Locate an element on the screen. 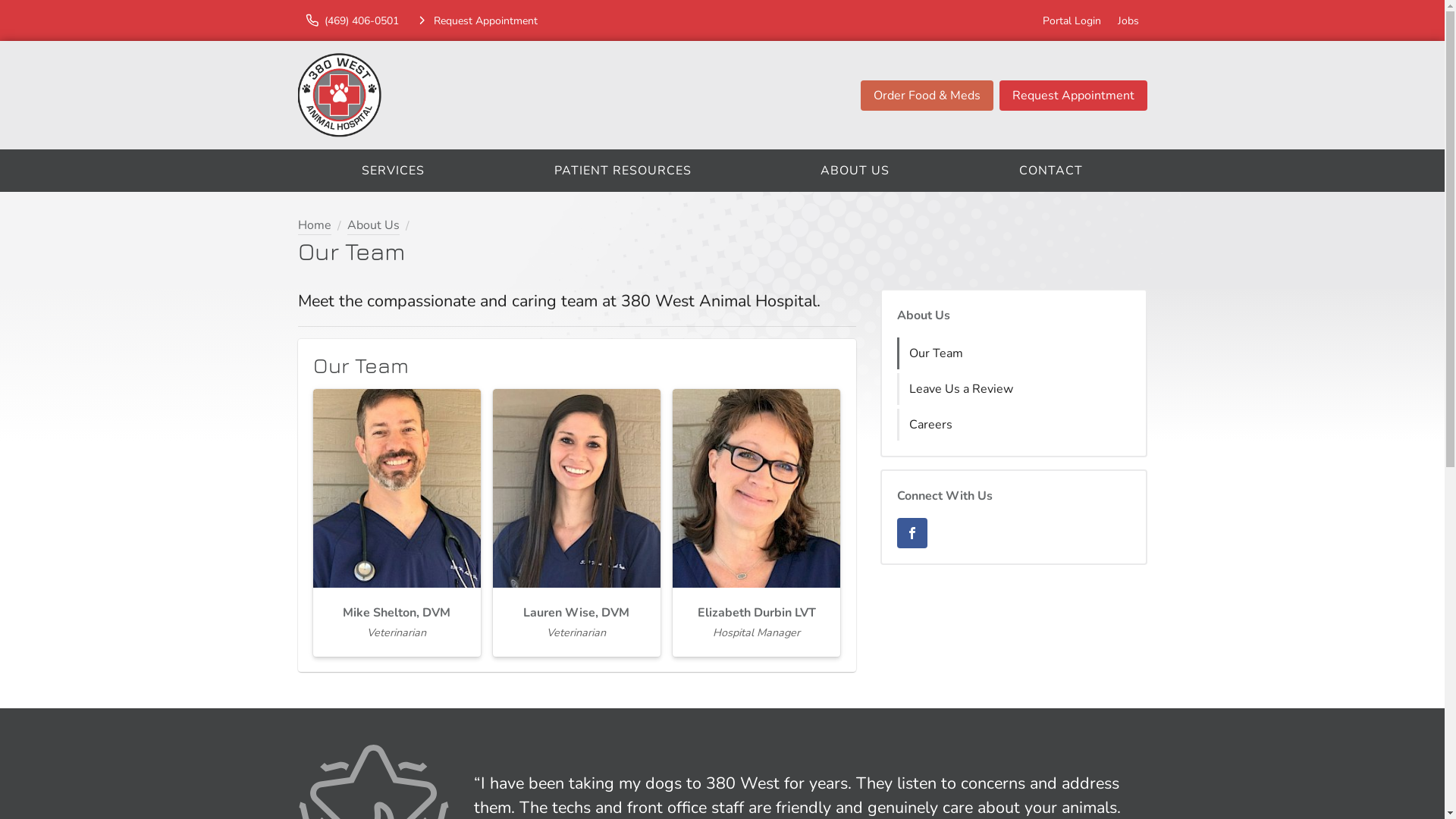 The width and height of the screenshot is (1456, 819). 'Mike Shelton, DVM is located at coordinates (396, 522).